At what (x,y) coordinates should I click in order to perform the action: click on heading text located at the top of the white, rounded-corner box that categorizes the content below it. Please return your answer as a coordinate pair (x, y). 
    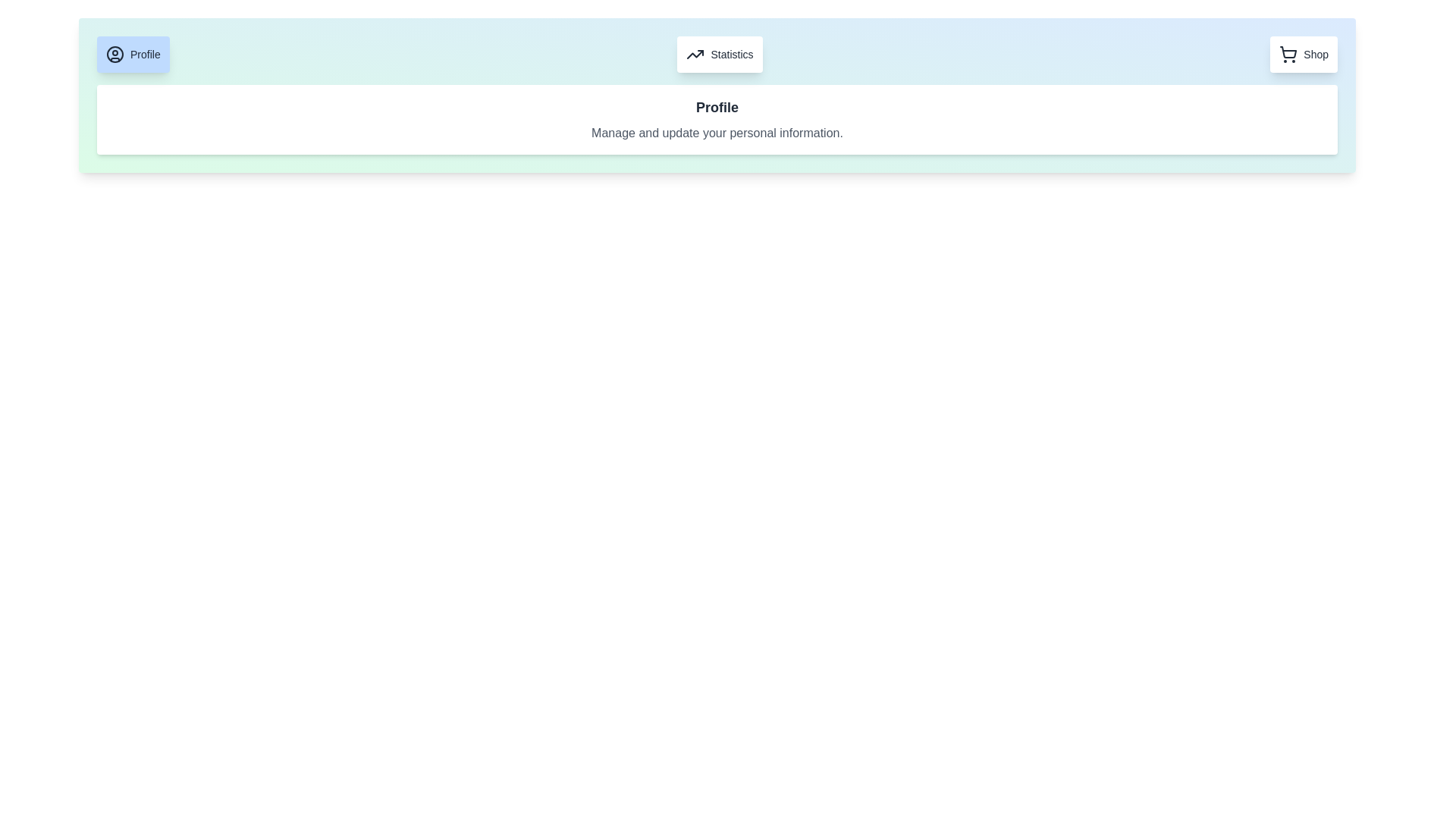
    Looking at the image, I should click on (716, 107).